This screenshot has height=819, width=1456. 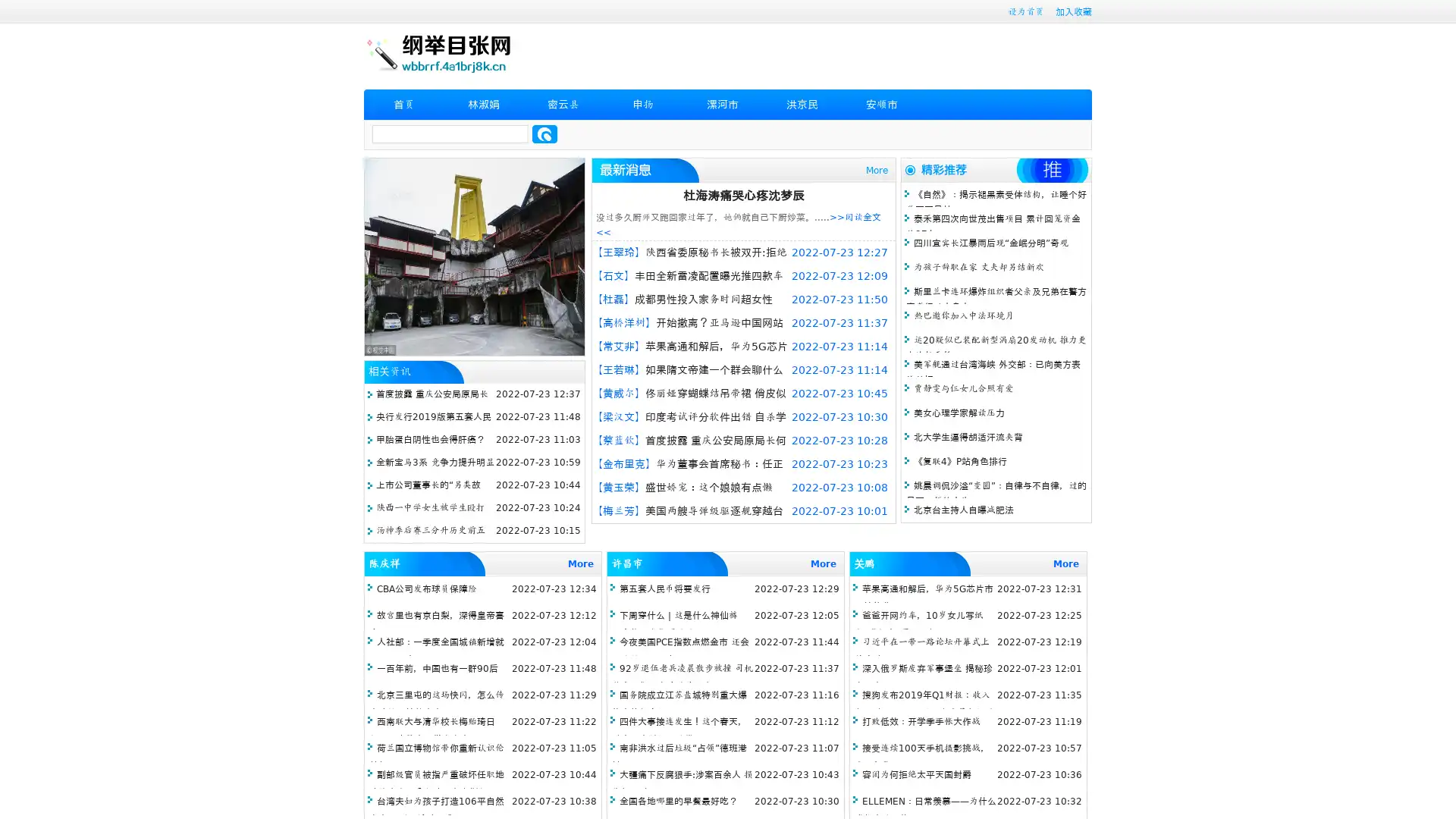 What do you see at coordinates (544, 133) in the screenshot?
I see `Search` at bounding box center [544, 133].